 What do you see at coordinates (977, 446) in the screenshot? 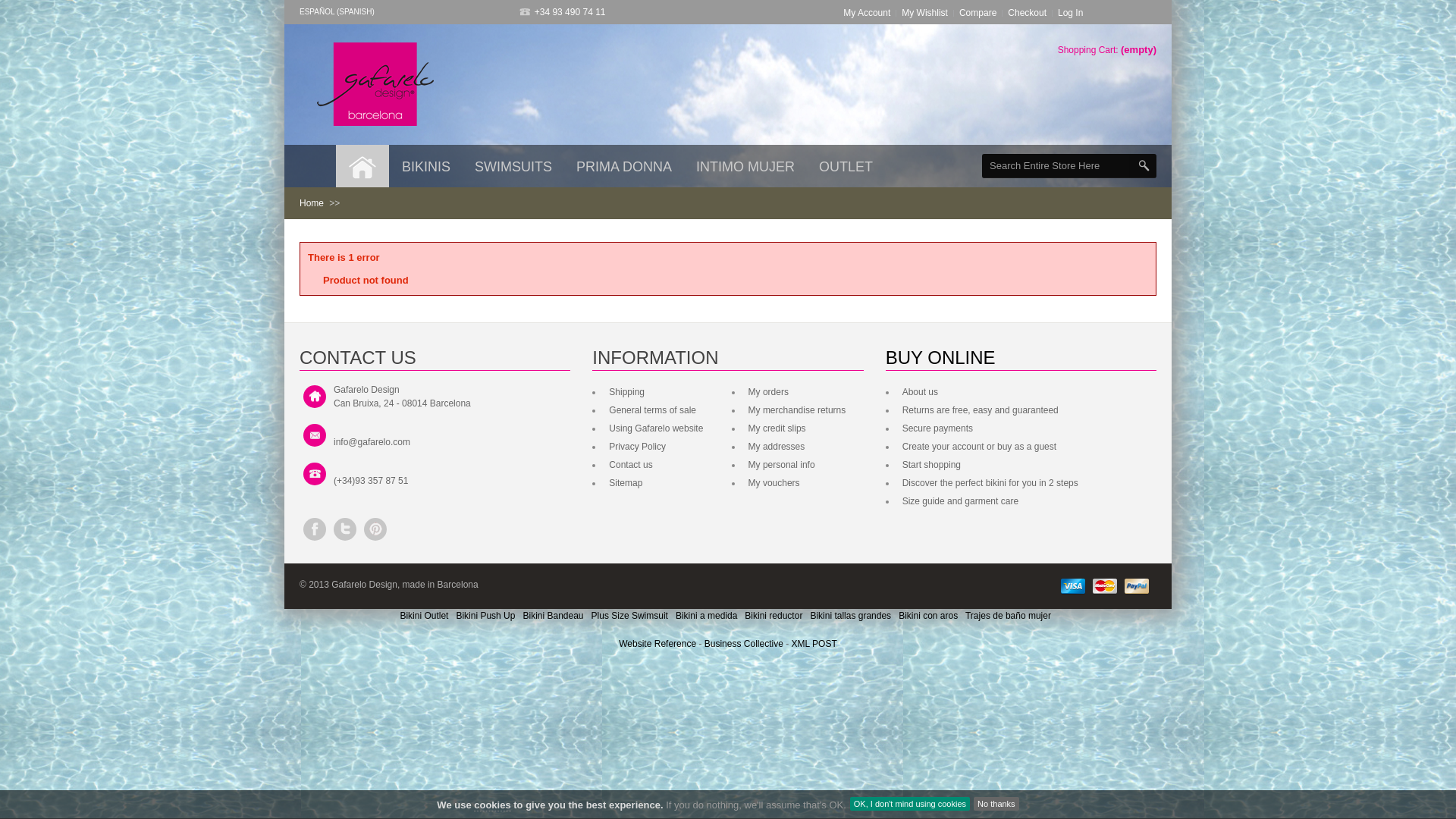
I see `'Create your account or buy as a guest'` at bounding box center [977, 446].